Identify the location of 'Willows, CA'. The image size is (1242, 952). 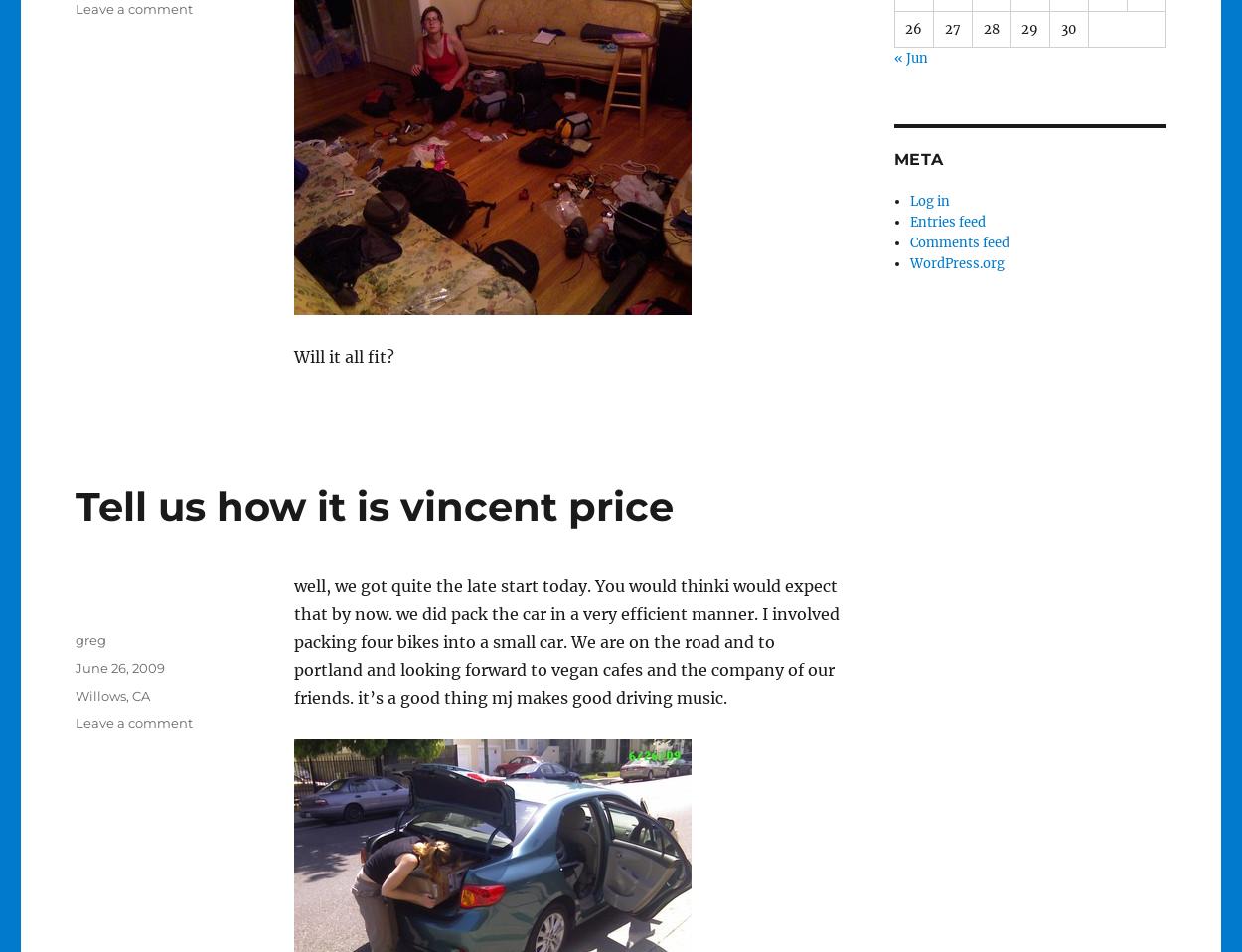
(110, 695).